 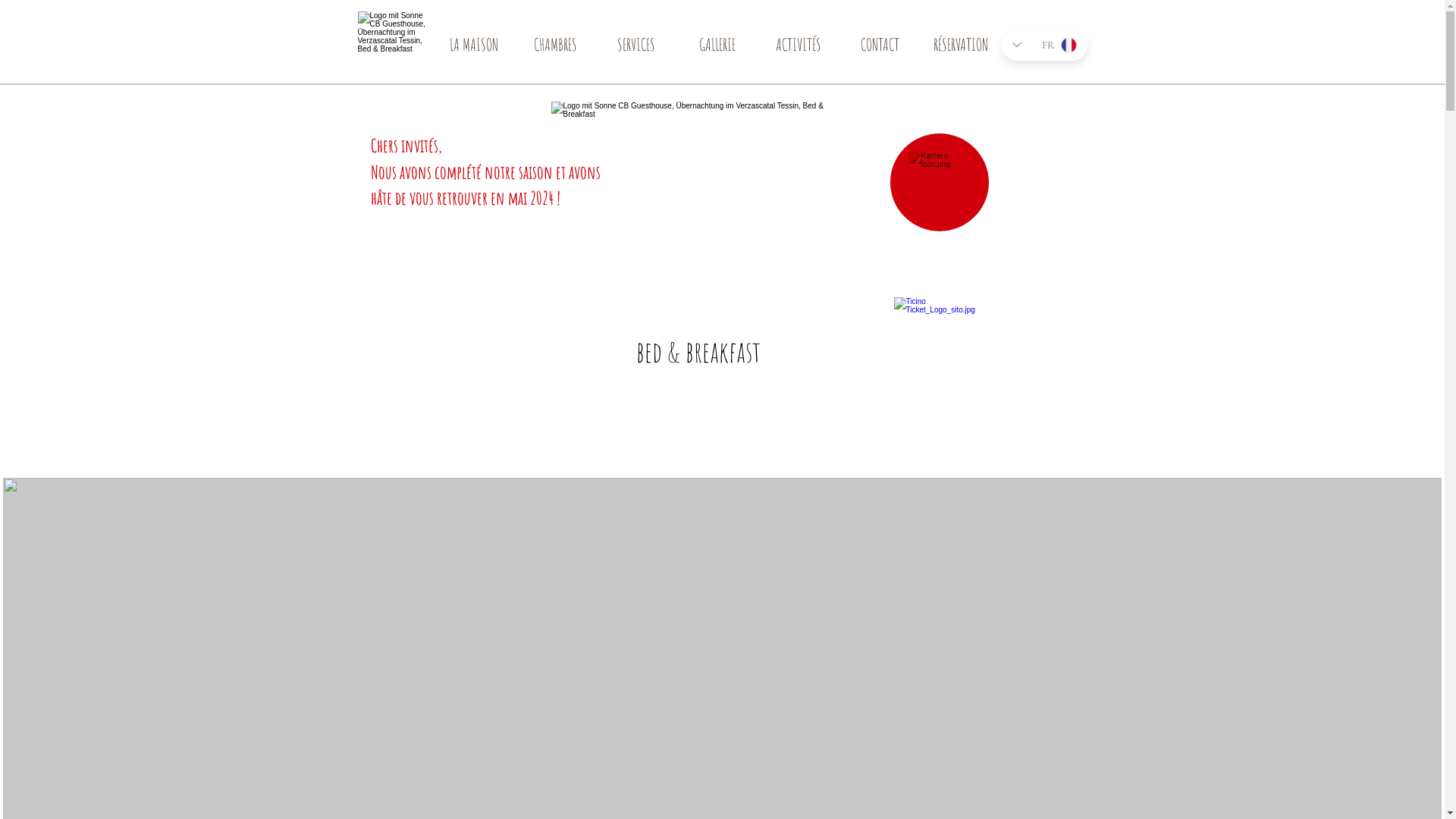 I want to click on 'CHAMBRES', so click(x=554, y=49).